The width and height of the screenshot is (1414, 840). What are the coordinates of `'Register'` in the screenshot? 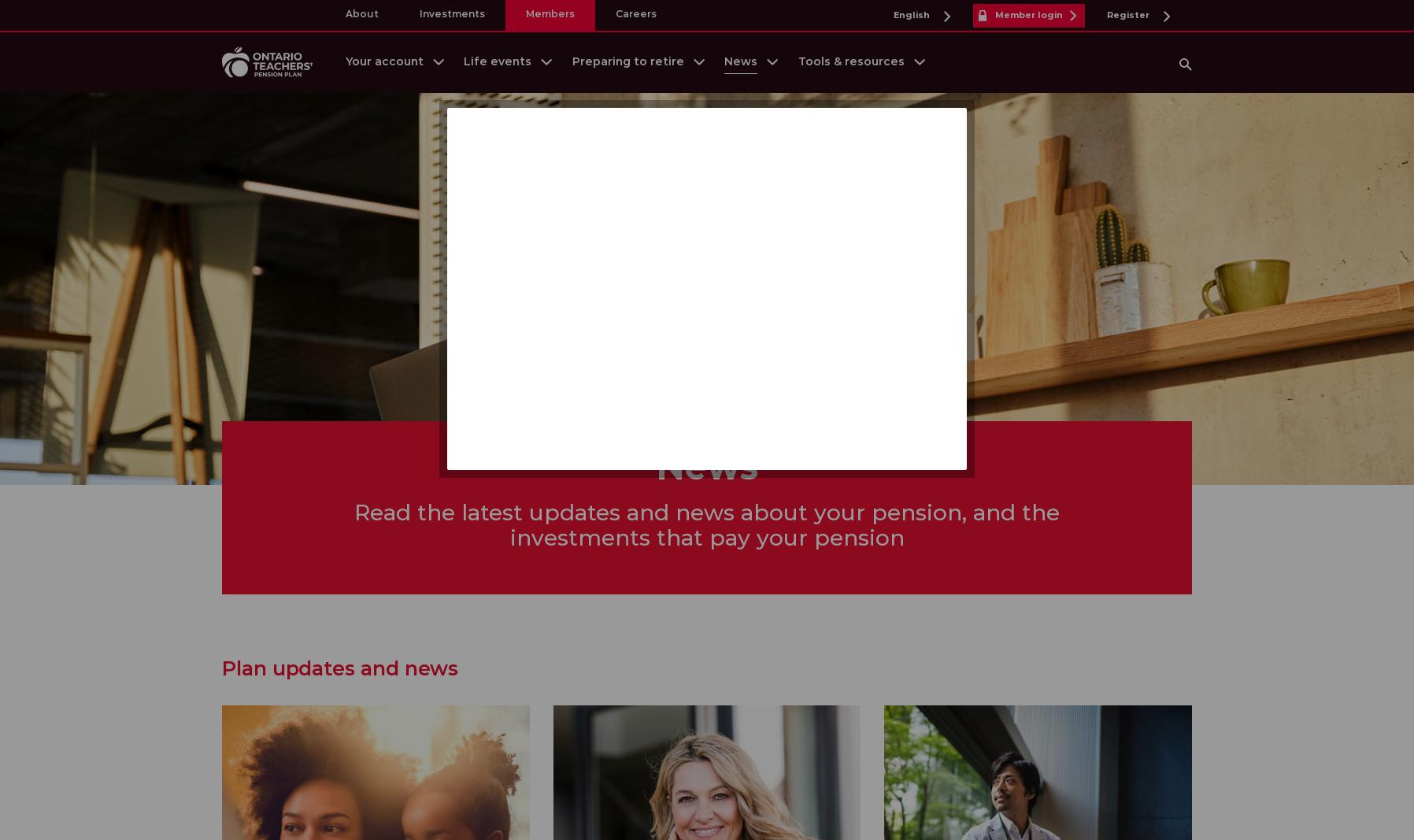 It's located at (1127, 13).